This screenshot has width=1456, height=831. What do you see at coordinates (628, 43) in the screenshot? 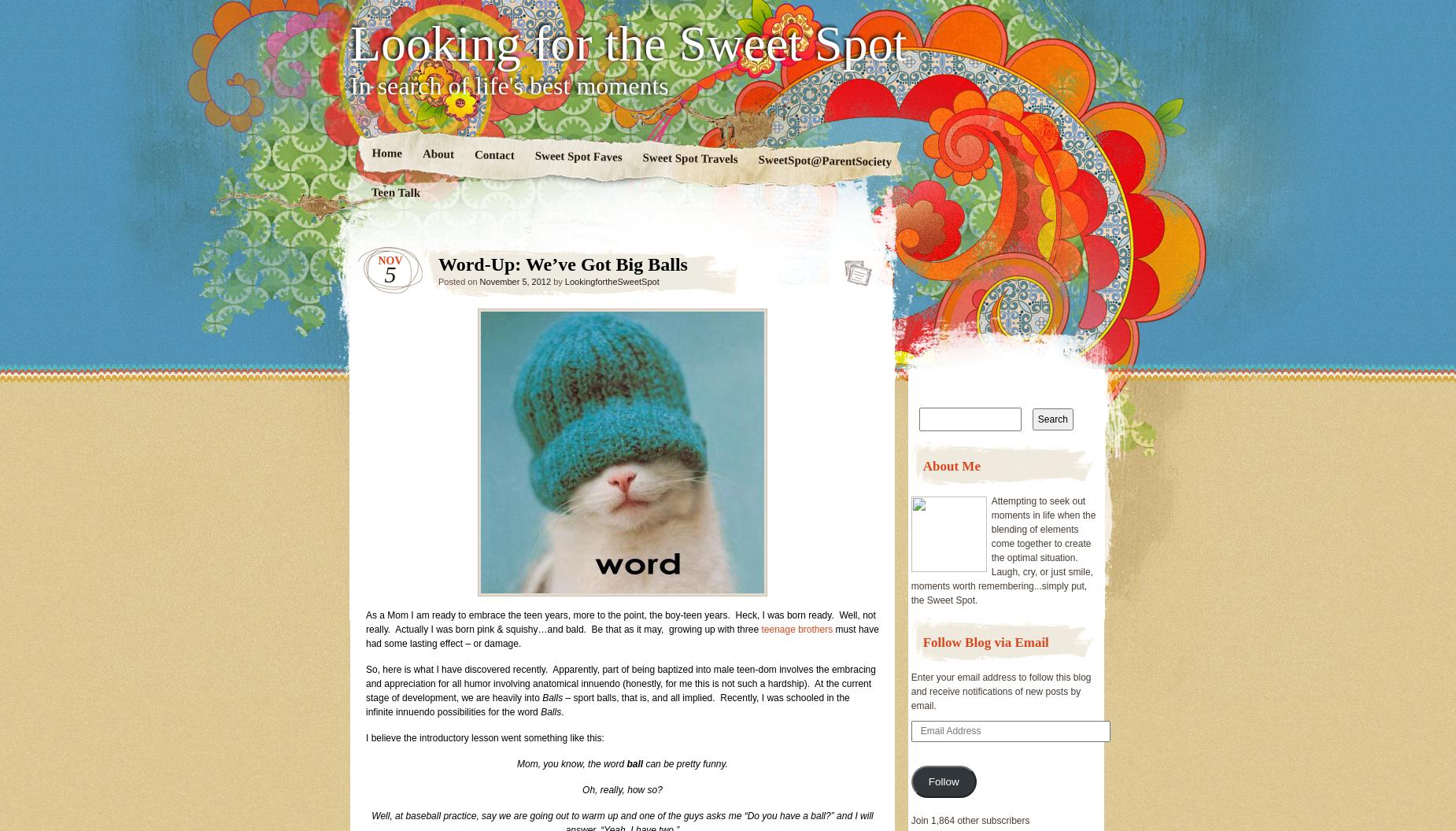
I see `'Looking for the Sweet Spot'` at bounding box center [628, 43].